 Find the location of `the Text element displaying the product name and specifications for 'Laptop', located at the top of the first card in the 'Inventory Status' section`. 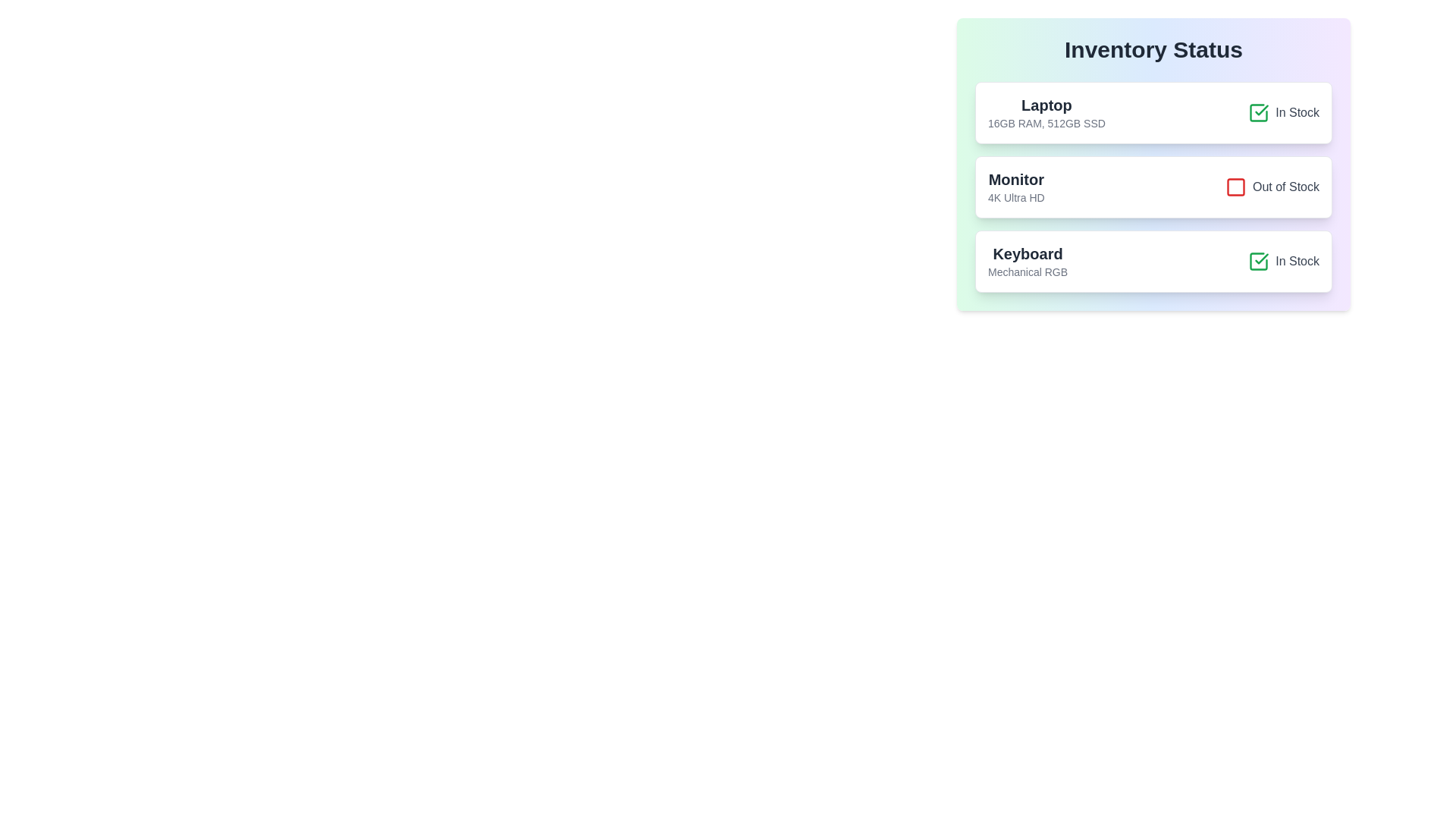

the Text element displaying the product name and specifications for 'Laptop', located at the top of the first card in the 'Inventory Status' section is located at coordinates (1046, 112).